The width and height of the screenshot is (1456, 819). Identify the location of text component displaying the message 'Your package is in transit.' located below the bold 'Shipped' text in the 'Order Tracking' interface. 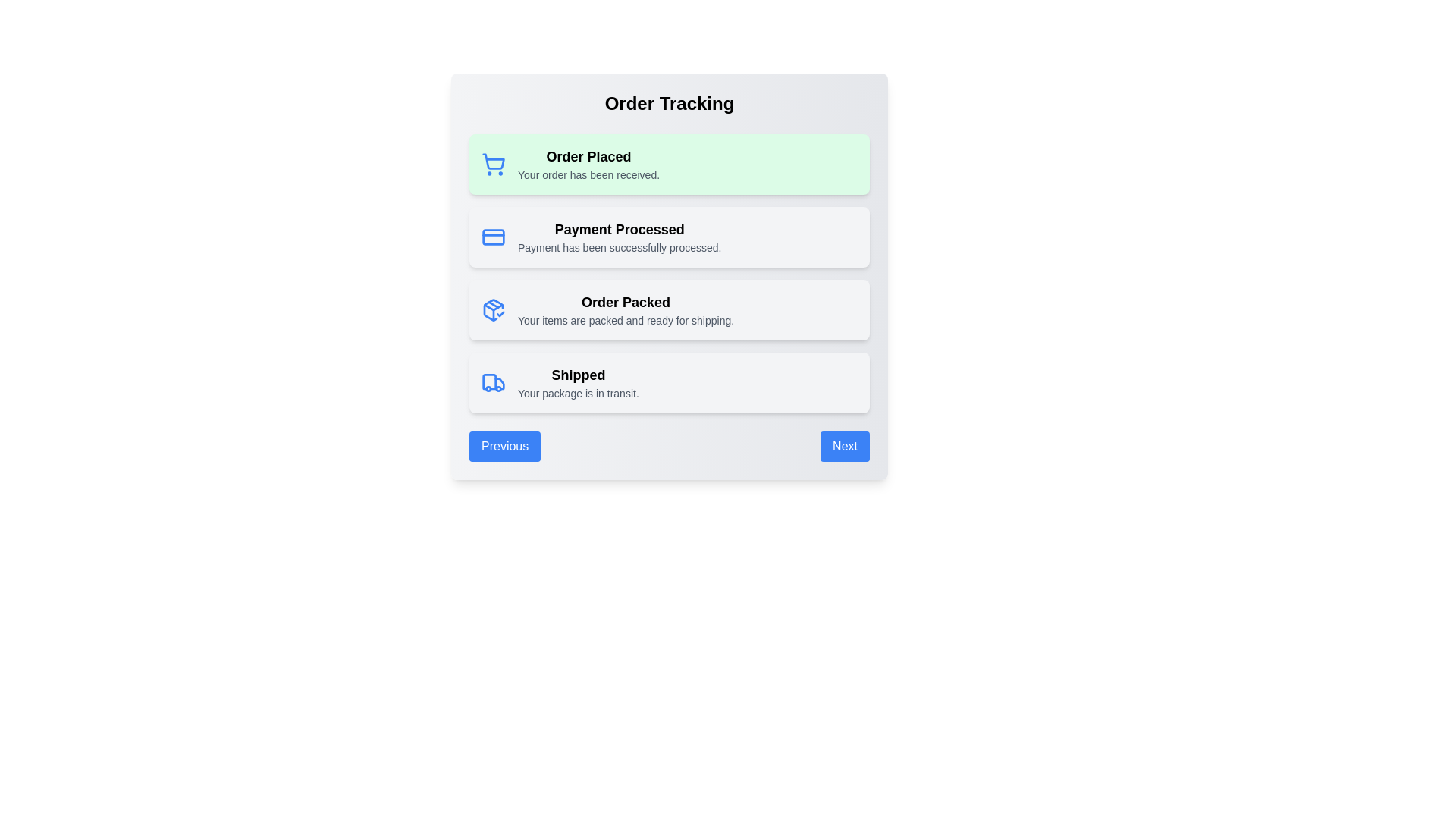
(577, 393).